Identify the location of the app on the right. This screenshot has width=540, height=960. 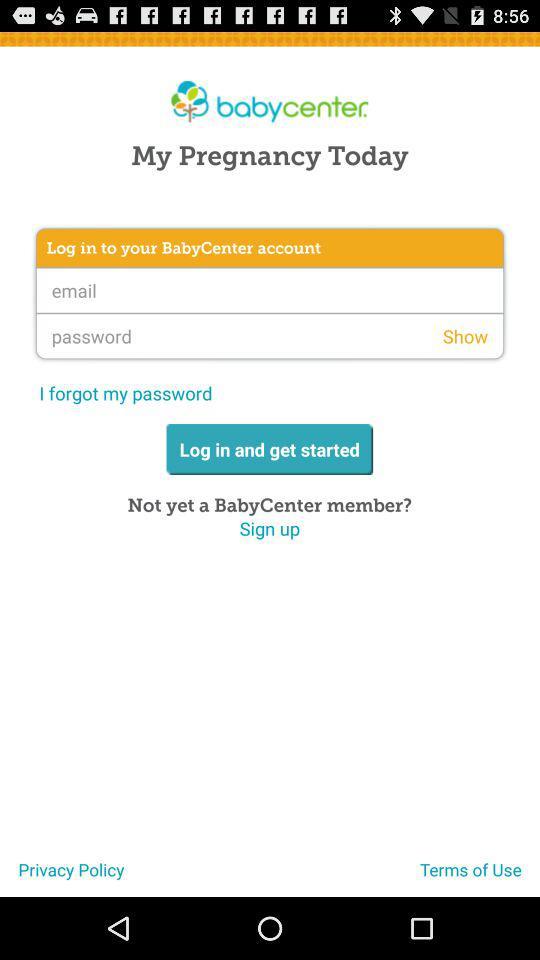
(465, 336).